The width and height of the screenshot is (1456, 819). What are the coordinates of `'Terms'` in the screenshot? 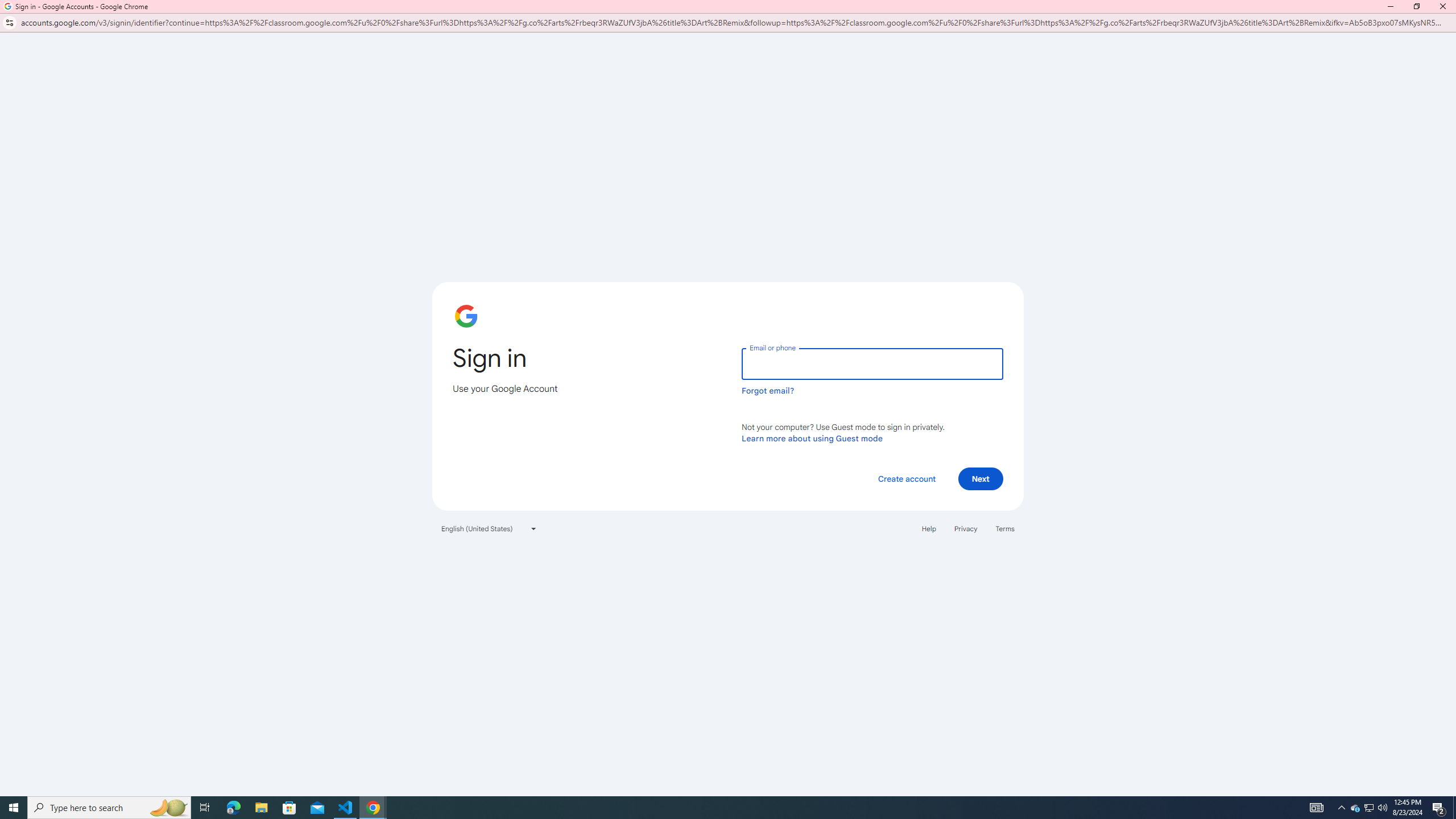 It's located at (1004, 529).